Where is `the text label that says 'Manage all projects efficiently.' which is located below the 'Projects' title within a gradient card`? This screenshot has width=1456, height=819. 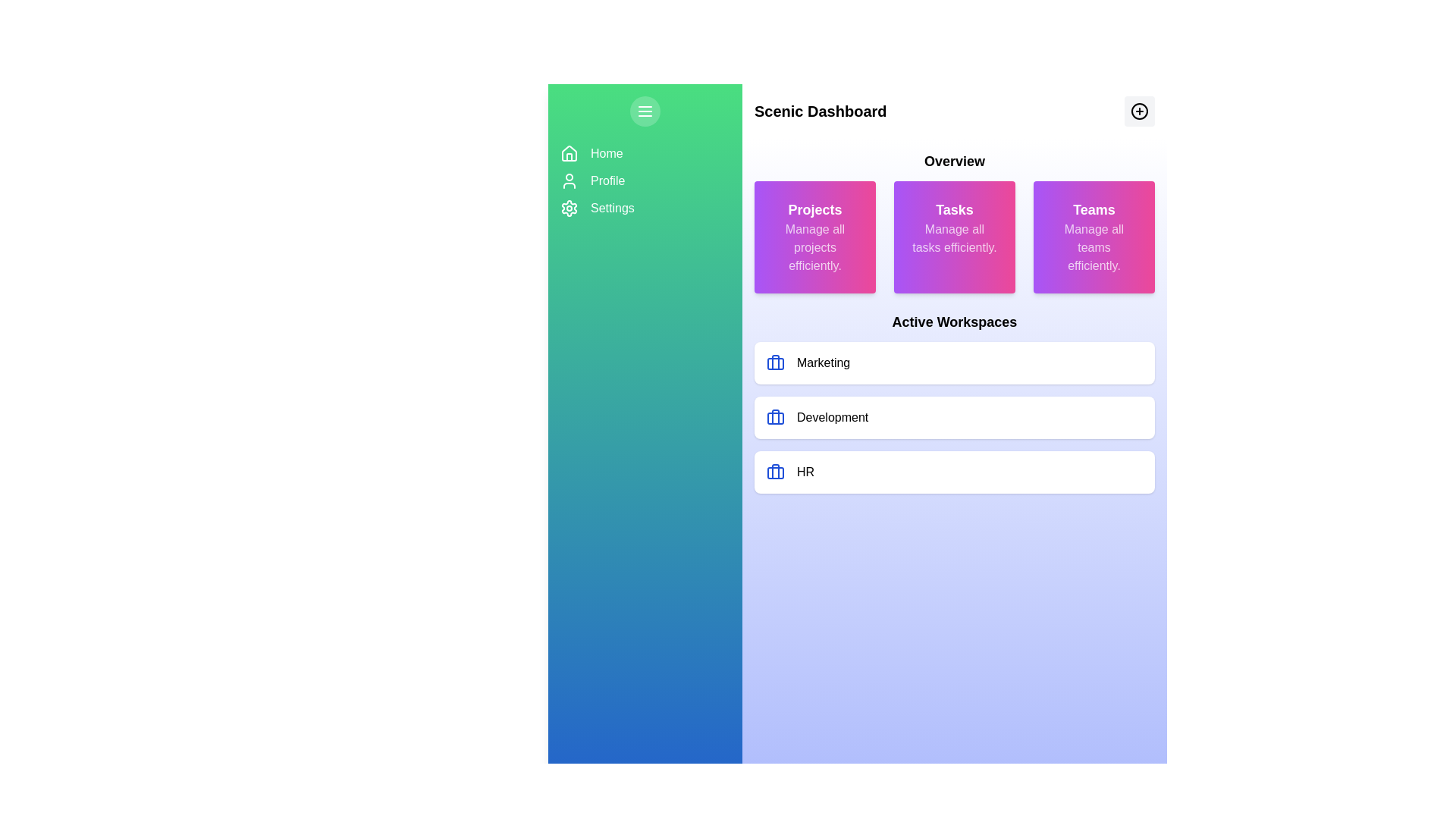 the text label that says 'Manage all projects efficiently.' which is located below the 'Projects' title within a gradient card is located at coordinates (814, 247).